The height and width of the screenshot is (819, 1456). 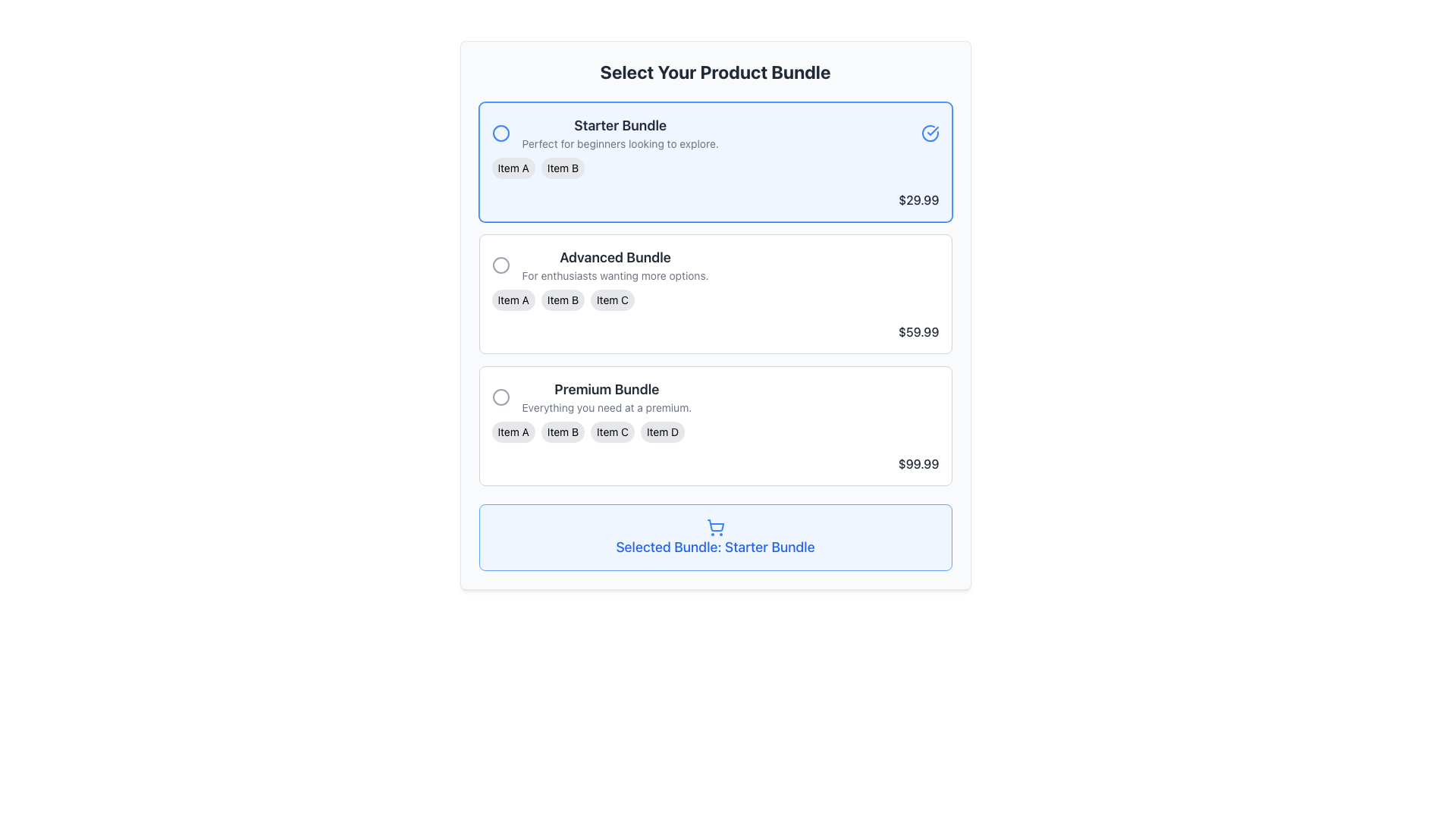 What do you see at coordinates (615, 265) in the screenshot?
I see `Text Block displaying the title 'Advanced Bundle' with the description 'For enthusiasts wanting more options.' It is located in the second product bundle section, centrally placed beneath a circular selection button` at bounding box center [615, 265].